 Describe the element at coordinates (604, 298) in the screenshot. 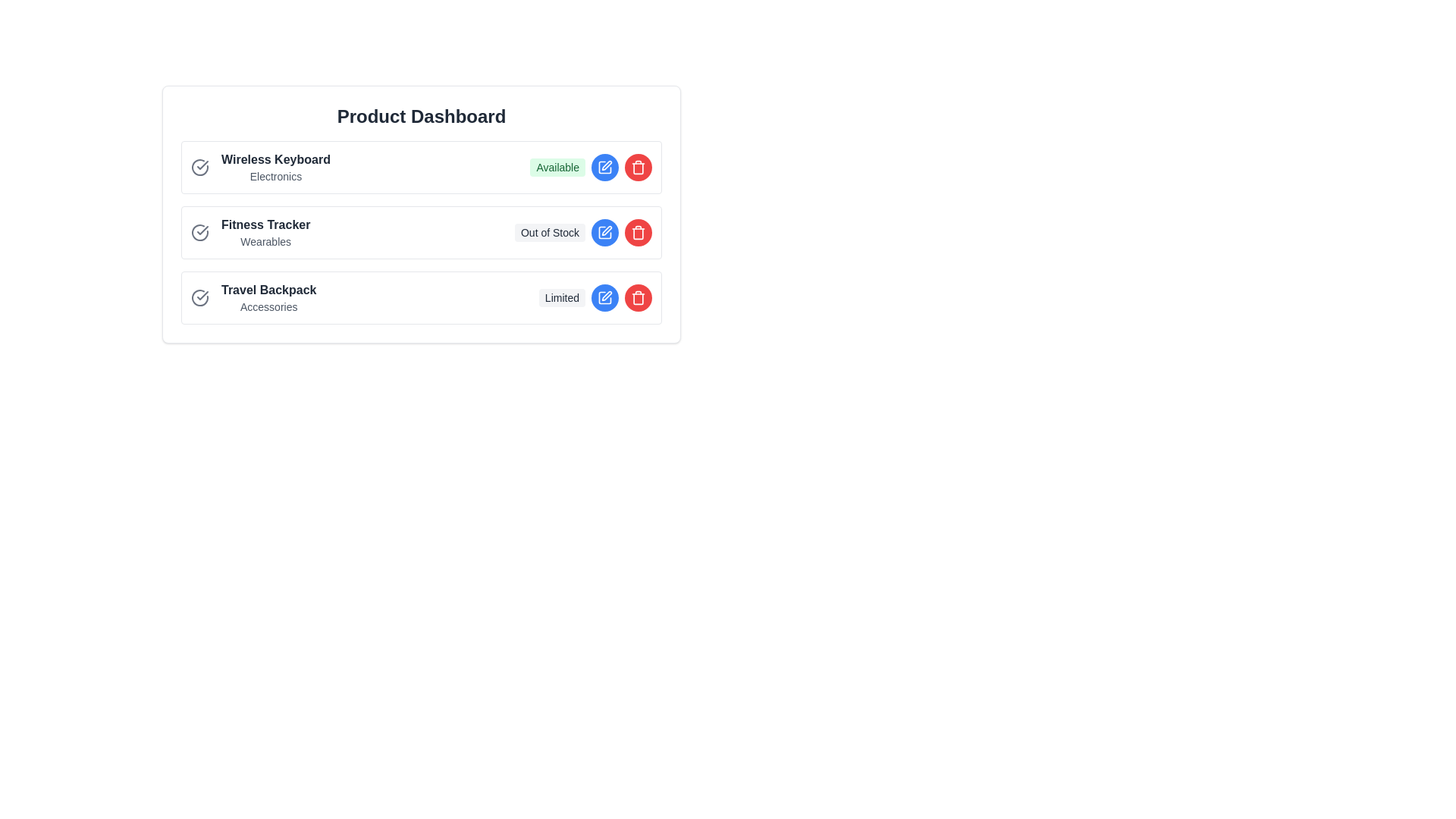

I see `the edit button for the product Travel Backpack to change its status` at that location.